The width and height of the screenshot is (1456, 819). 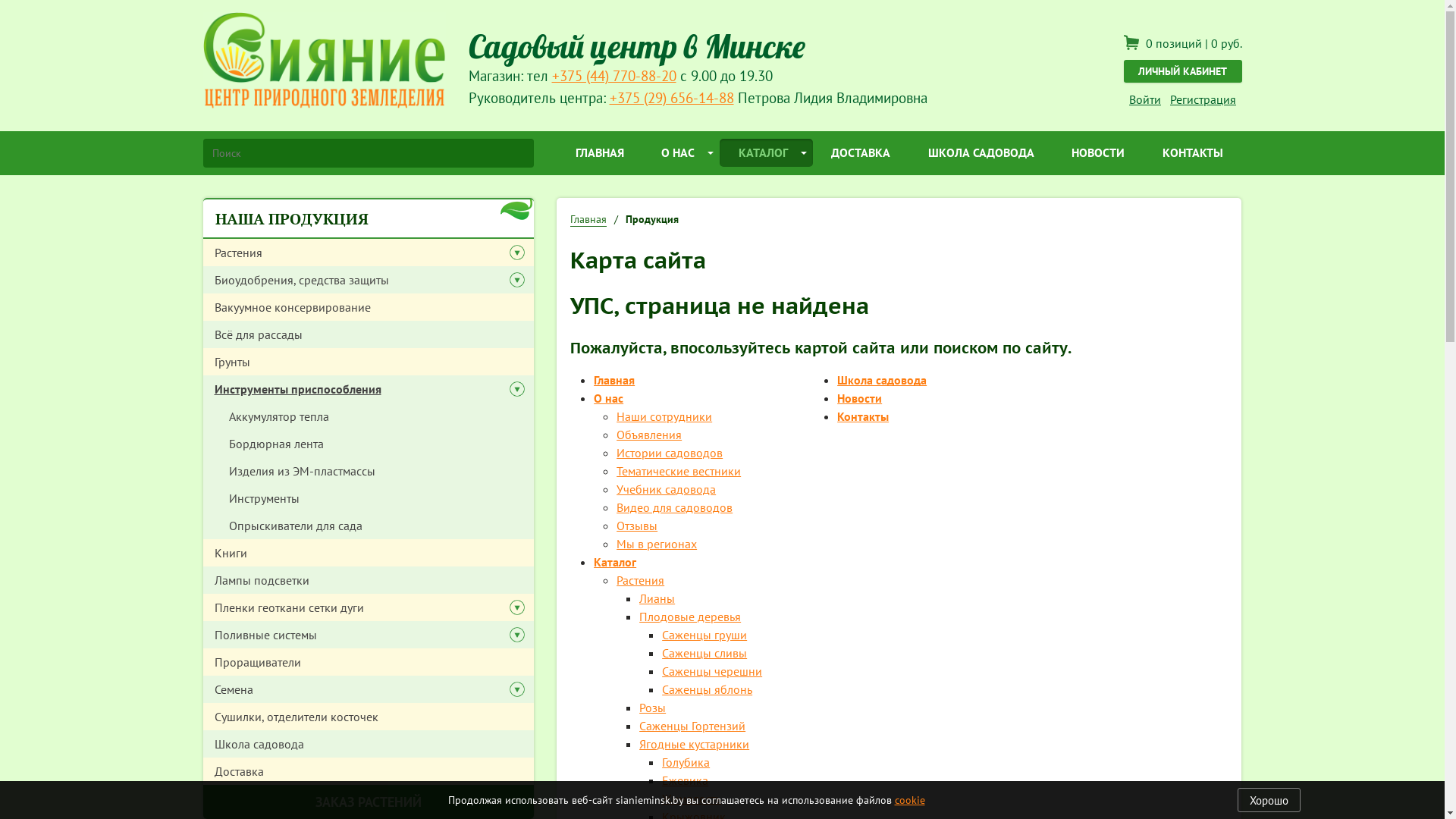 I want to click on '+375 (29) 656-14-88', so click(x=671, y=97).